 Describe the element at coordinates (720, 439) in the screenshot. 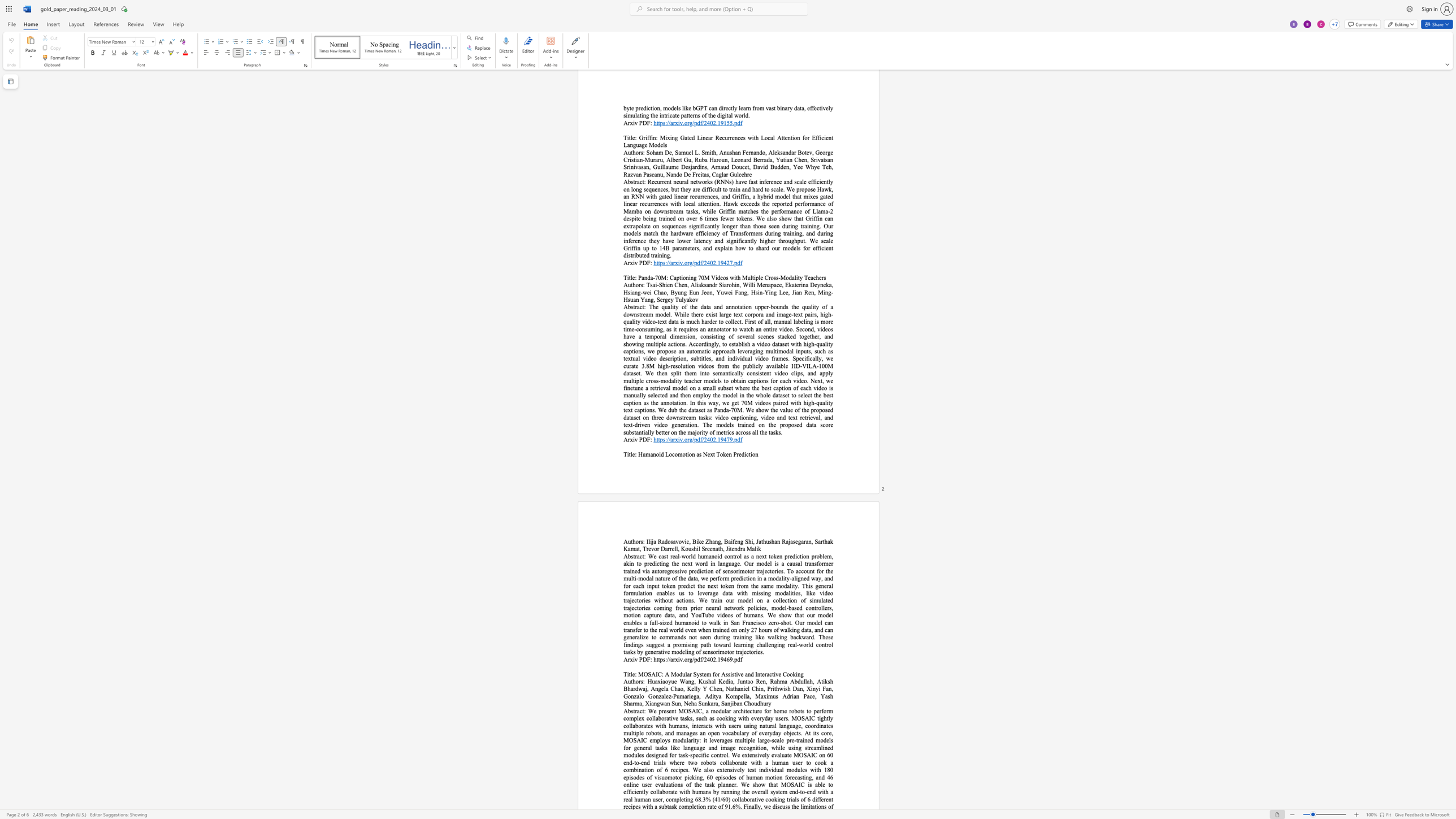

I see `the space between the continuous character "1" and "9" in the text` at that location.